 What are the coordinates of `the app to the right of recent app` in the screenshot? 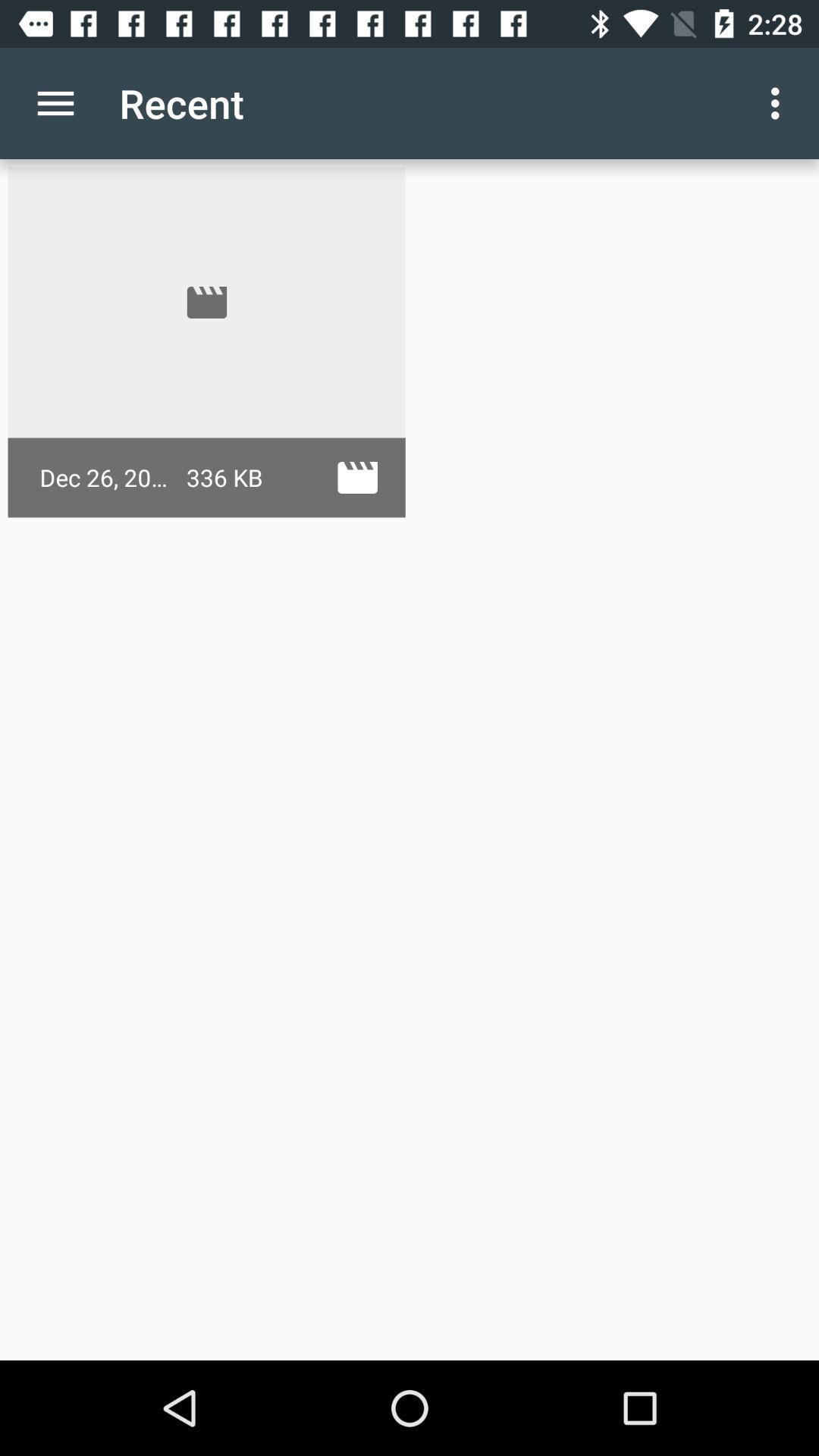 It's located at (779, 102).